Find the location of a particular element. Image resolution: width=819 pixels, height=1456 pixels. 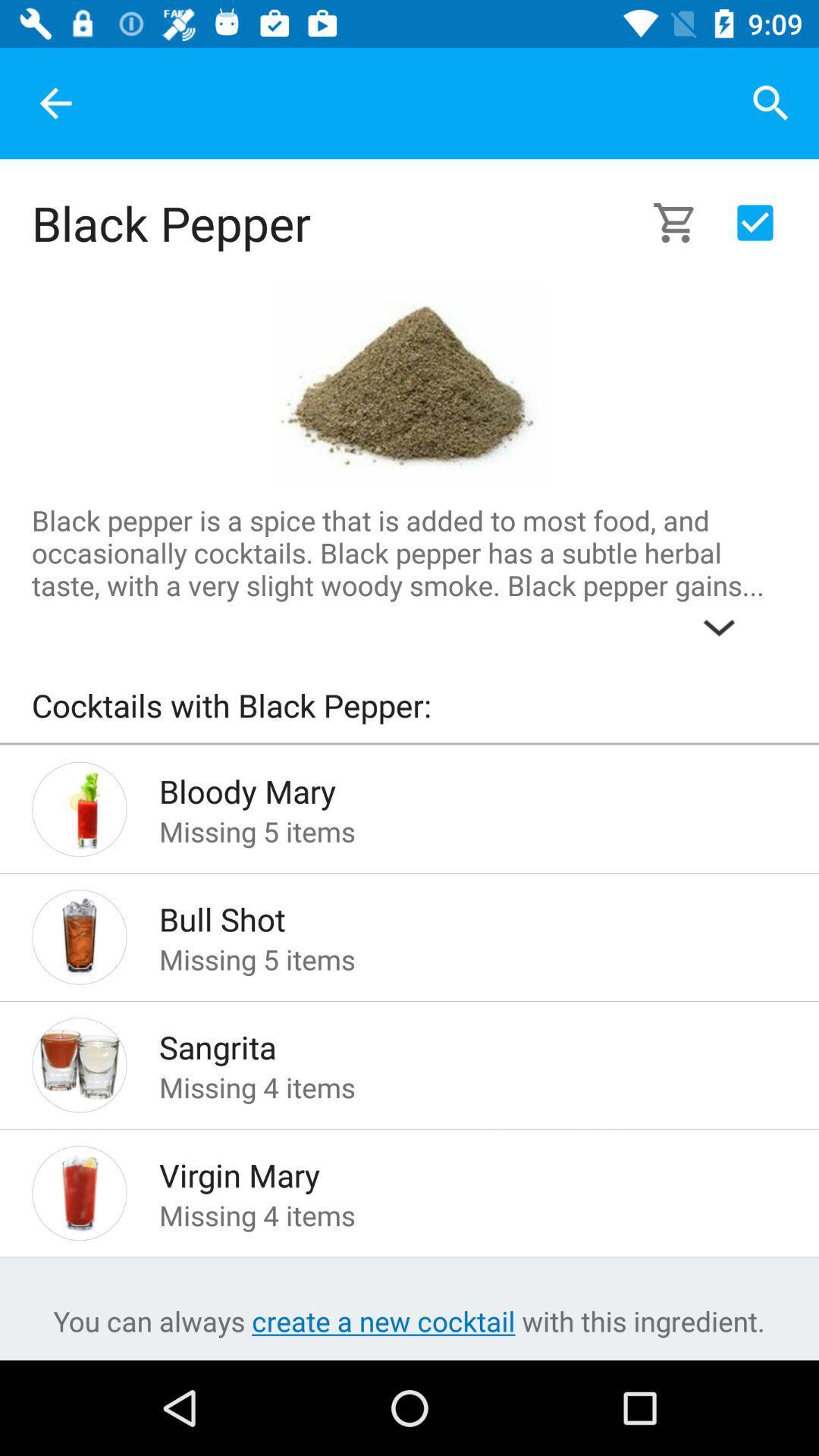

the symbol which is beside black pepper is located at coordinates (683, 221).